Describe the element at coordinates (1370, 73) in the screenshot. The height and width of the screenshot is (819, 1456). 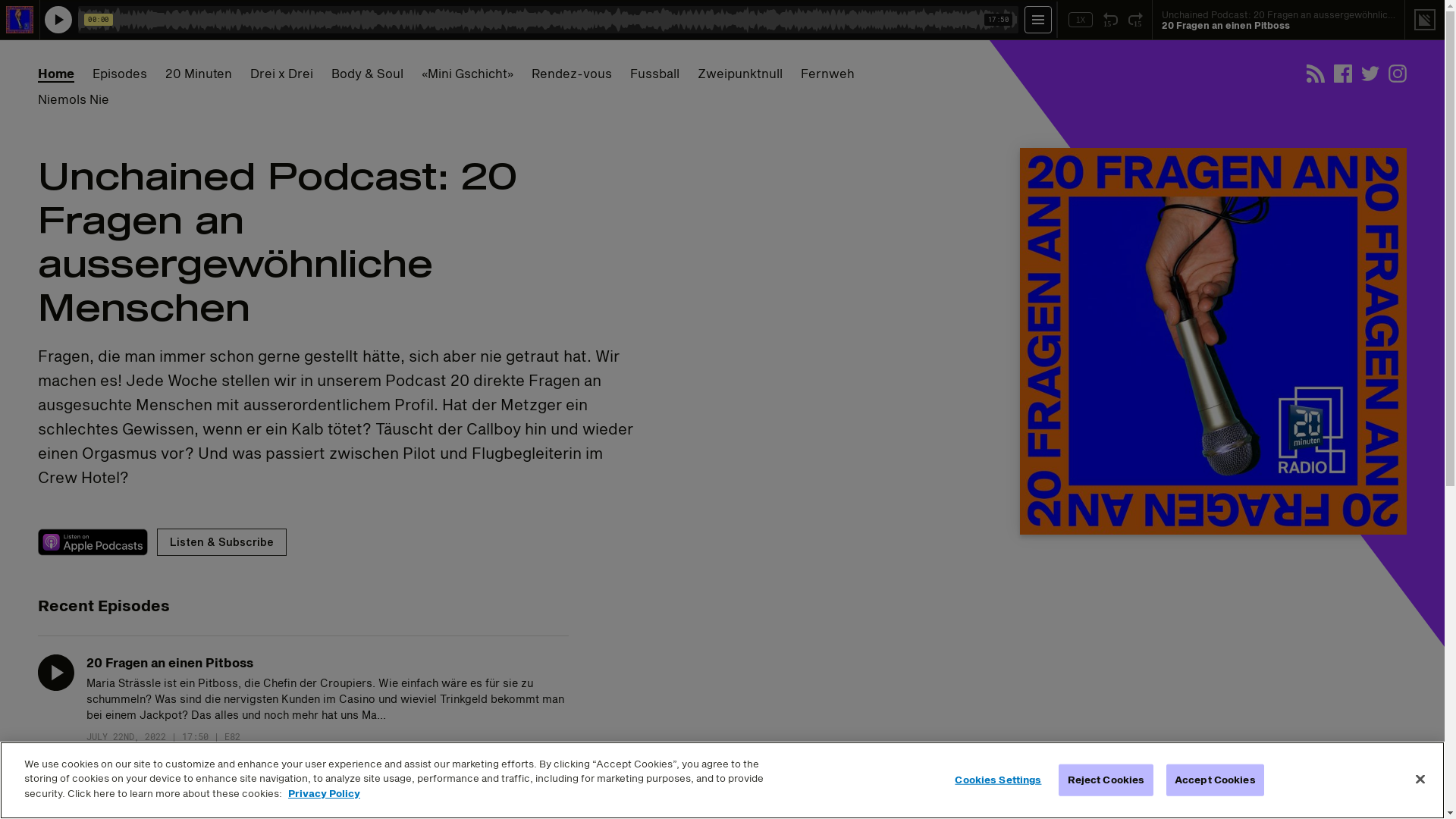
I see `'Twitter'` at that location.